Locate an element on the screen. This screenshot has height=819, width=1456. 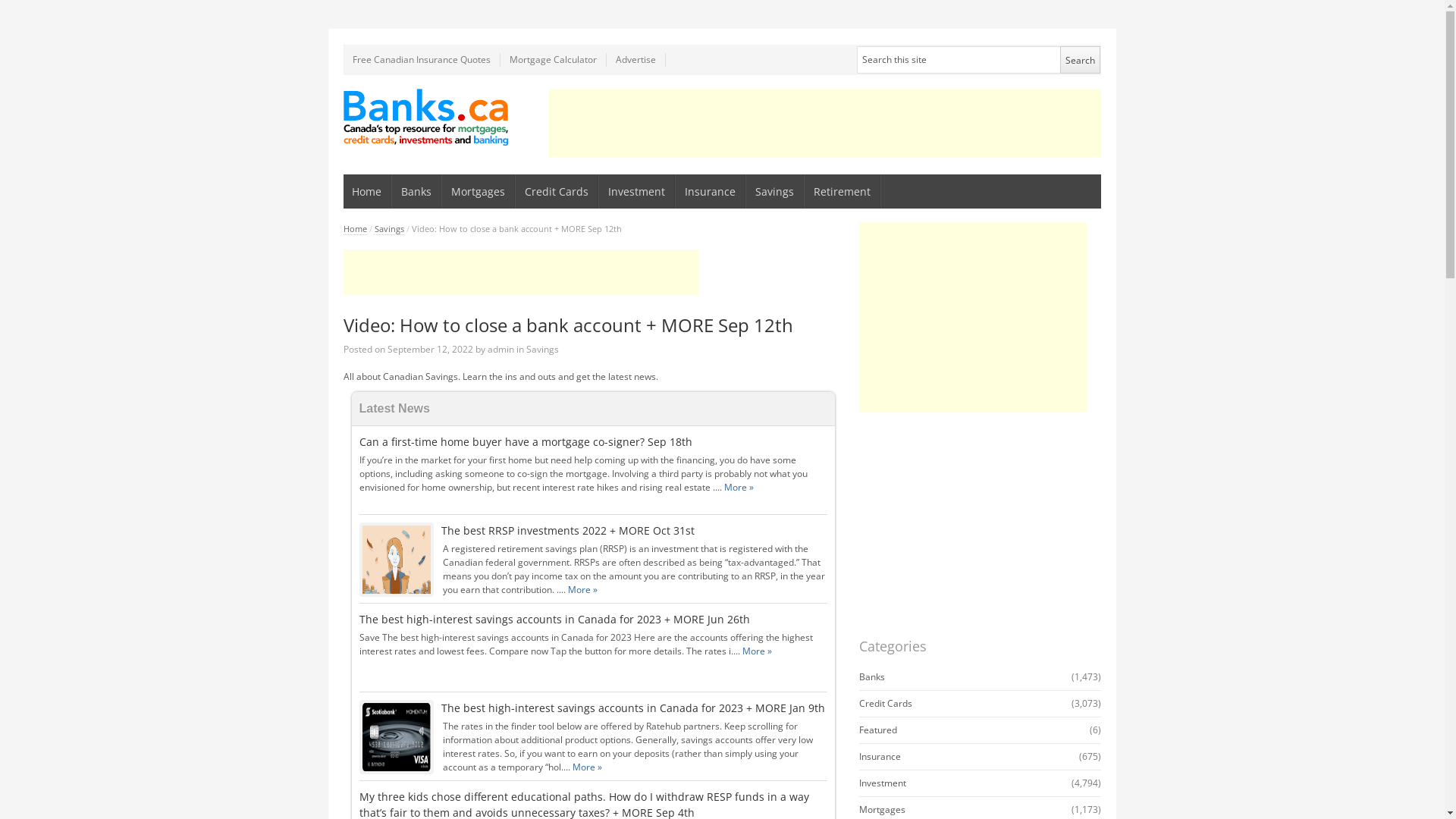
'Home' is located at coordinates (367, 190).